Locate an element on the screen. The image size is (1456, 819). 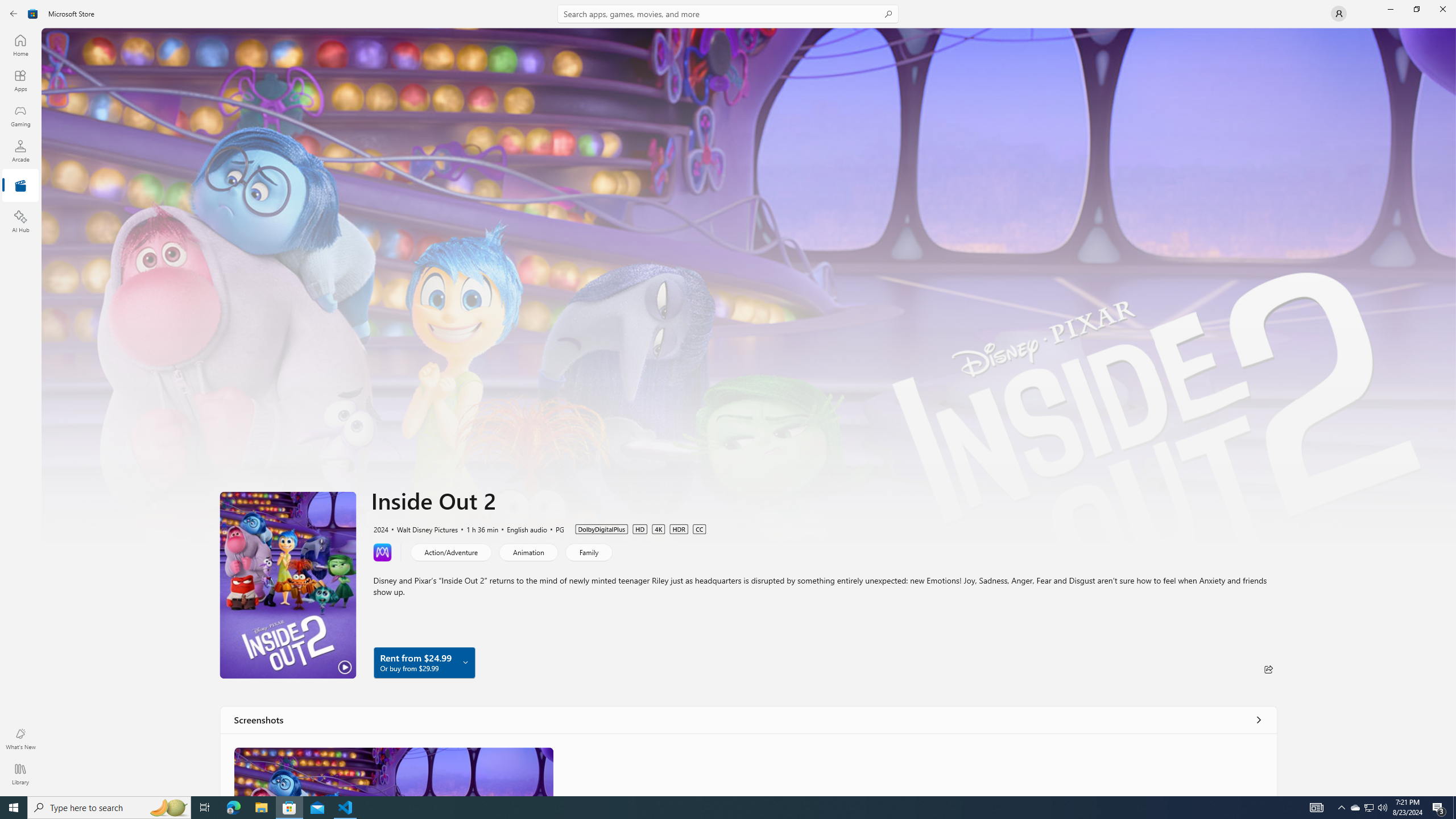
'Back' is located at coordinates (14, 13).